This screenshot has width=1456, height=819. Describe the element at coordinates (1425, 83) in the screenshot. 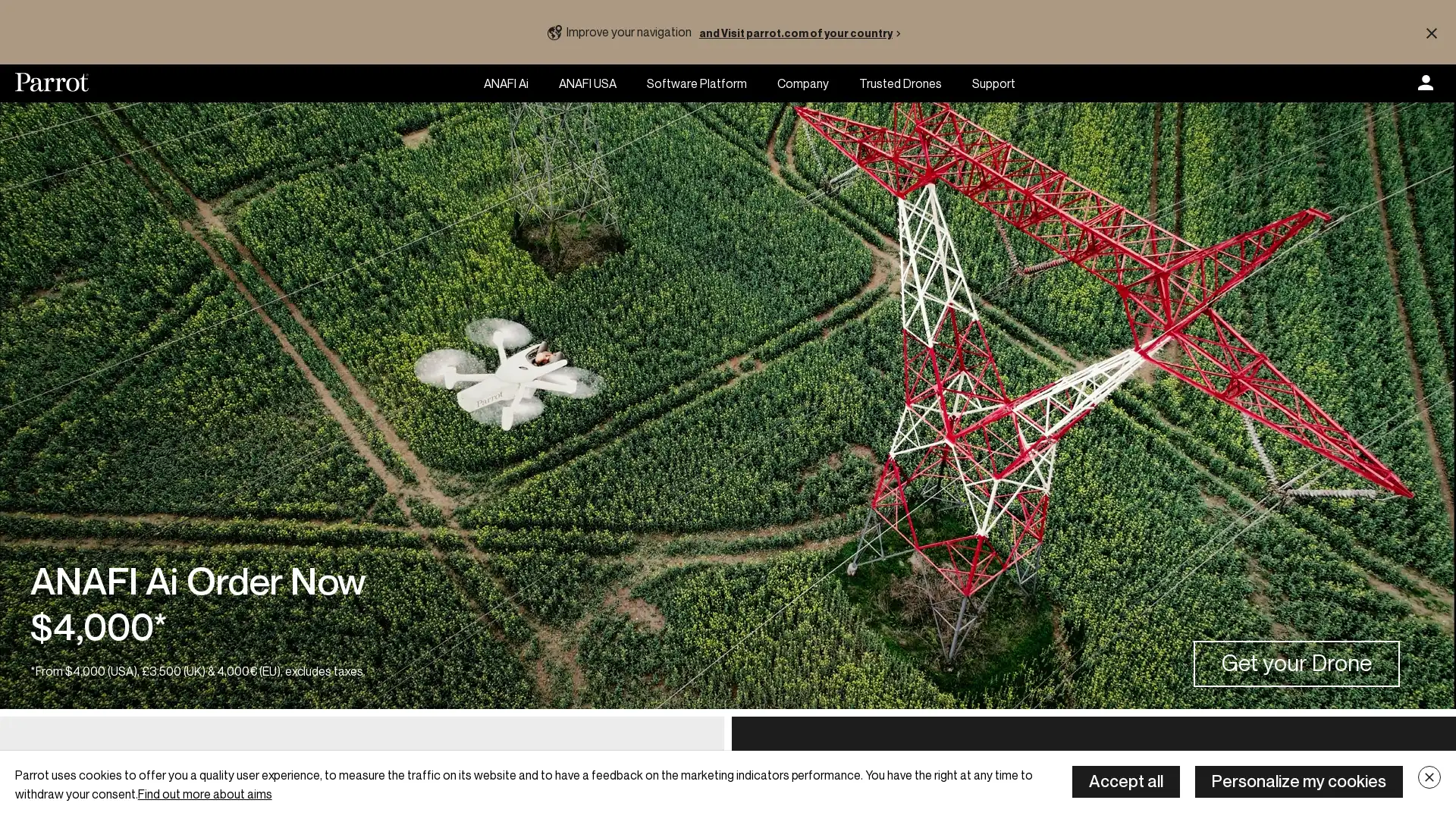

I see `my-parrot` at that location.